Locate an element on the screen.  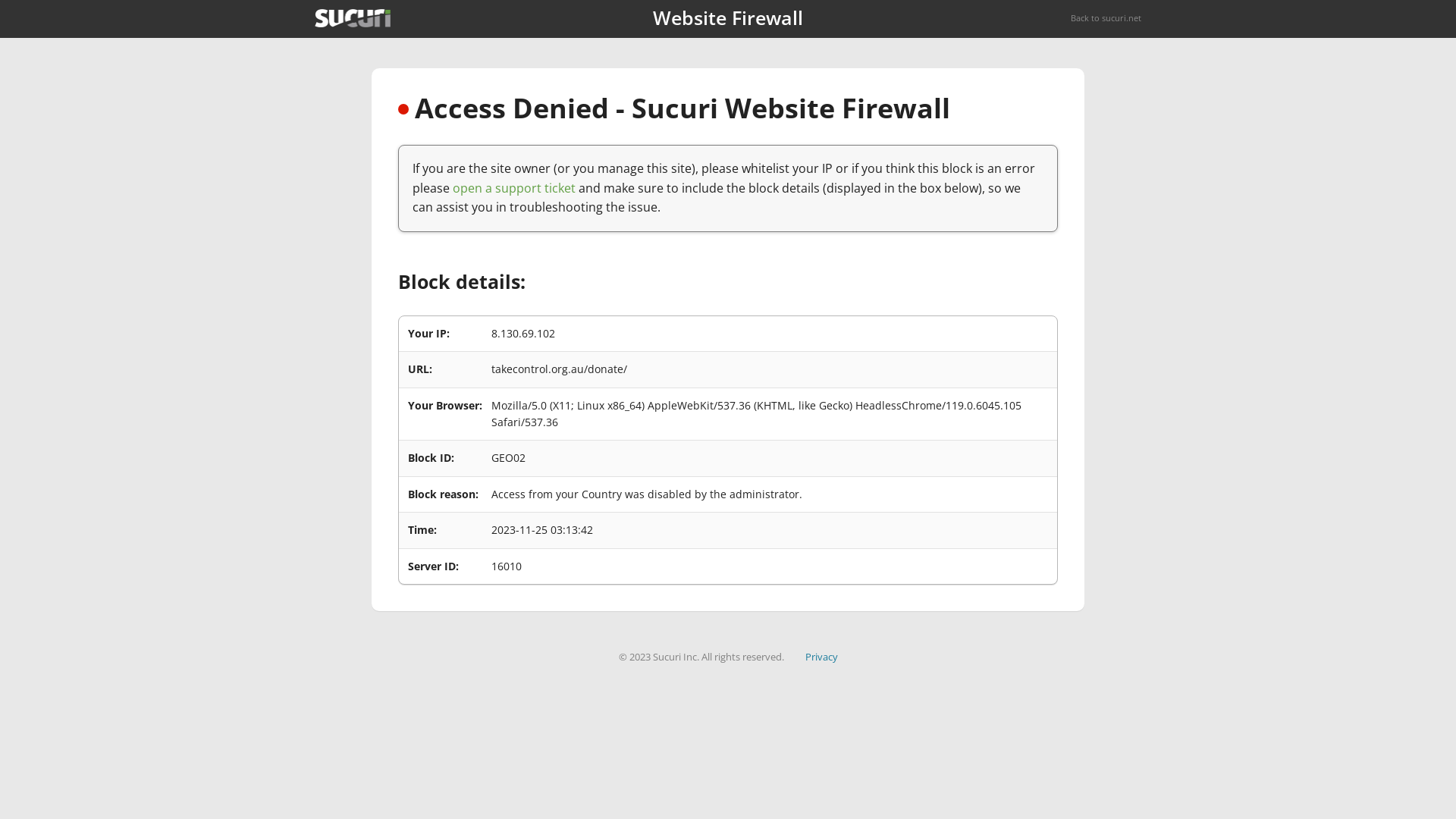
'Privacy' is located at coordinates (821, 656).